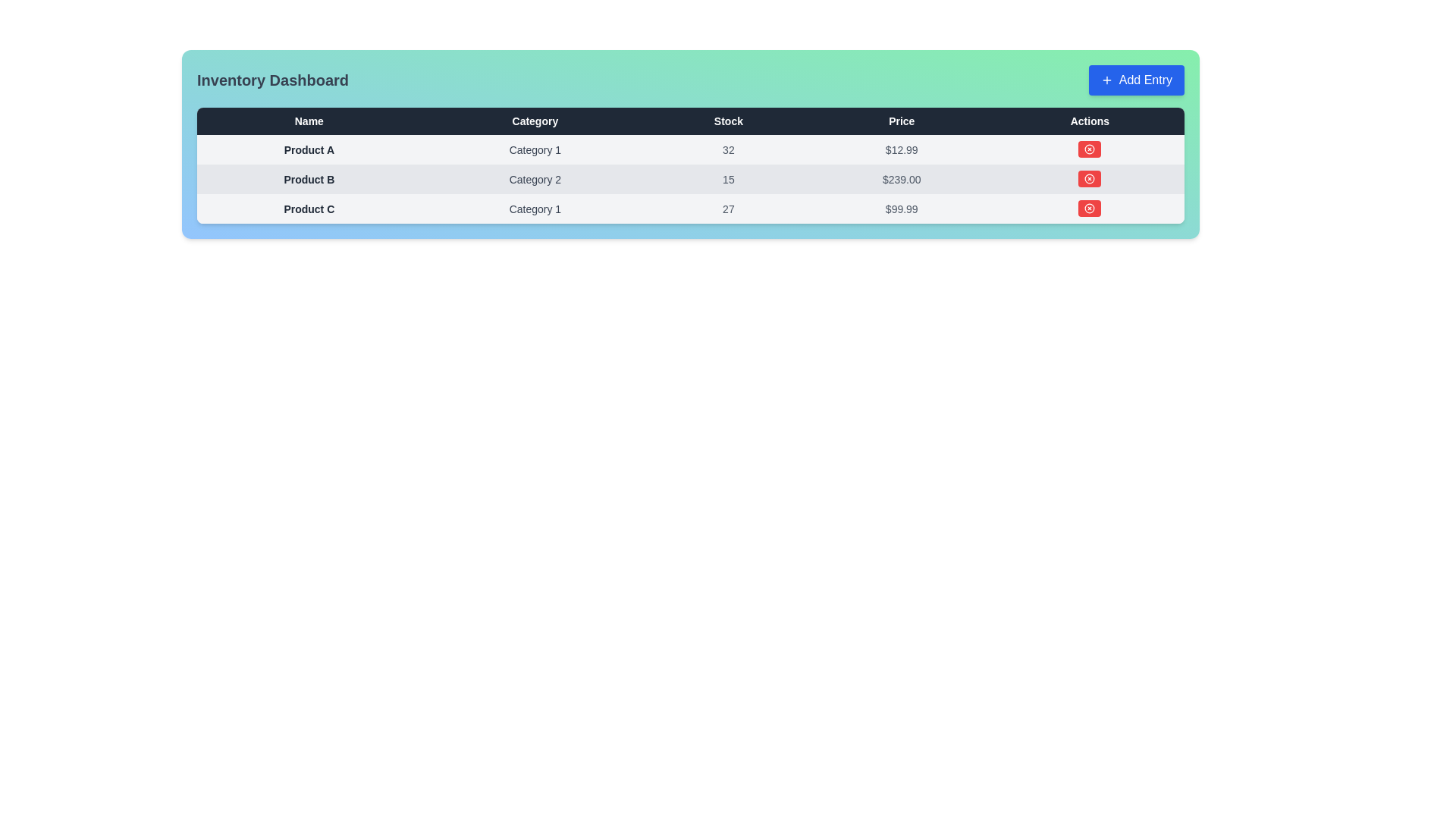  Describe the element at coordinates (273, 80) in the screenshot. I see `the Static Text displaying 'Inventory Dashboard', which is bold, large, dark gray with a hint of blue, located at the top-left corner of the interface` at that location.